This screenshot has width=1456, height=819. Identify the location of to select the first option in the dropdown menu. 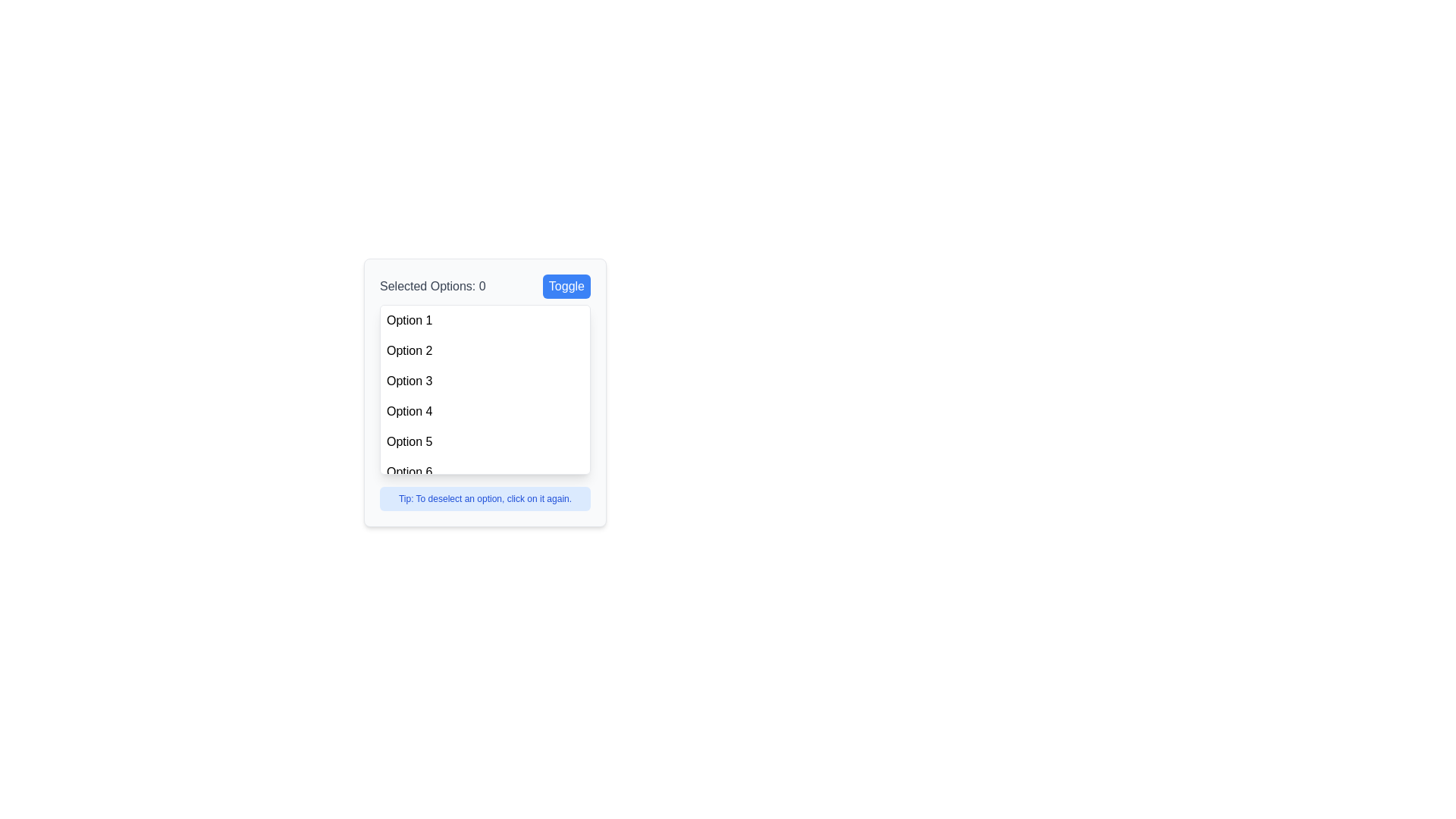
(484, 320).